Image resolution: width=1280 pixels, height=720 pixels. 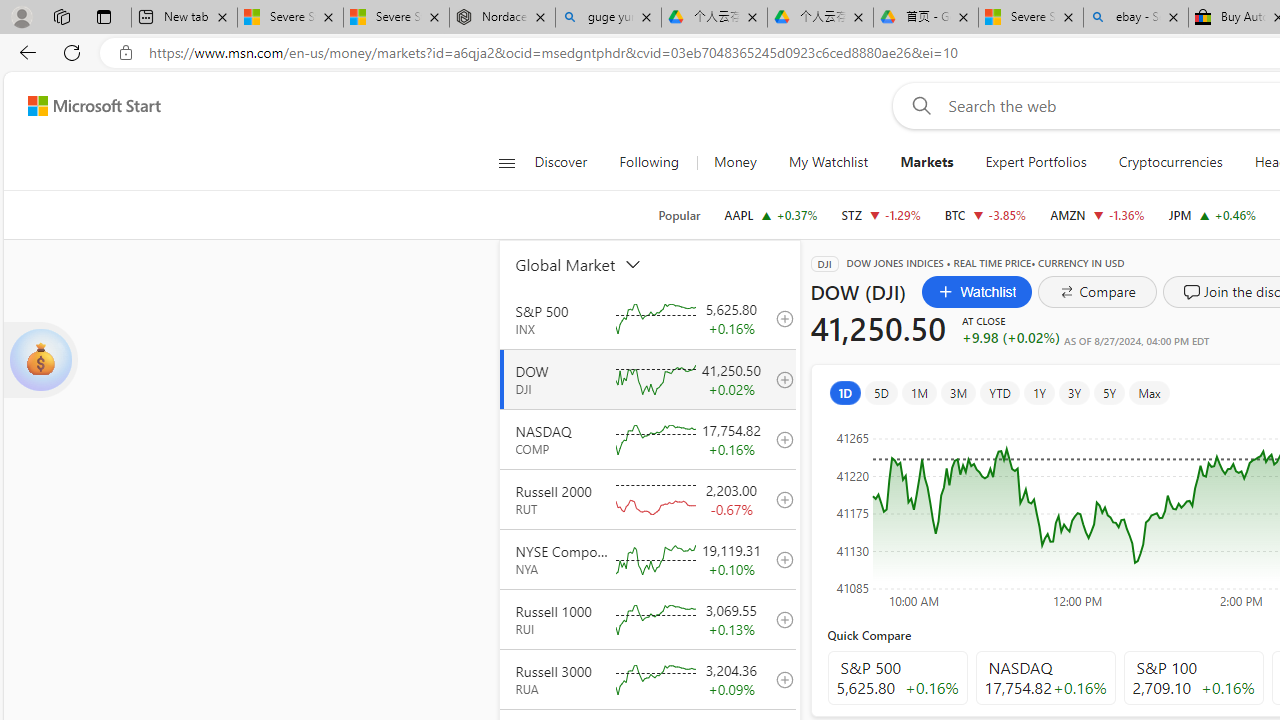 What do you see at coordinates (845, 392) in the screenshot?
I see `'1D'` at bounding box center [845, 392].